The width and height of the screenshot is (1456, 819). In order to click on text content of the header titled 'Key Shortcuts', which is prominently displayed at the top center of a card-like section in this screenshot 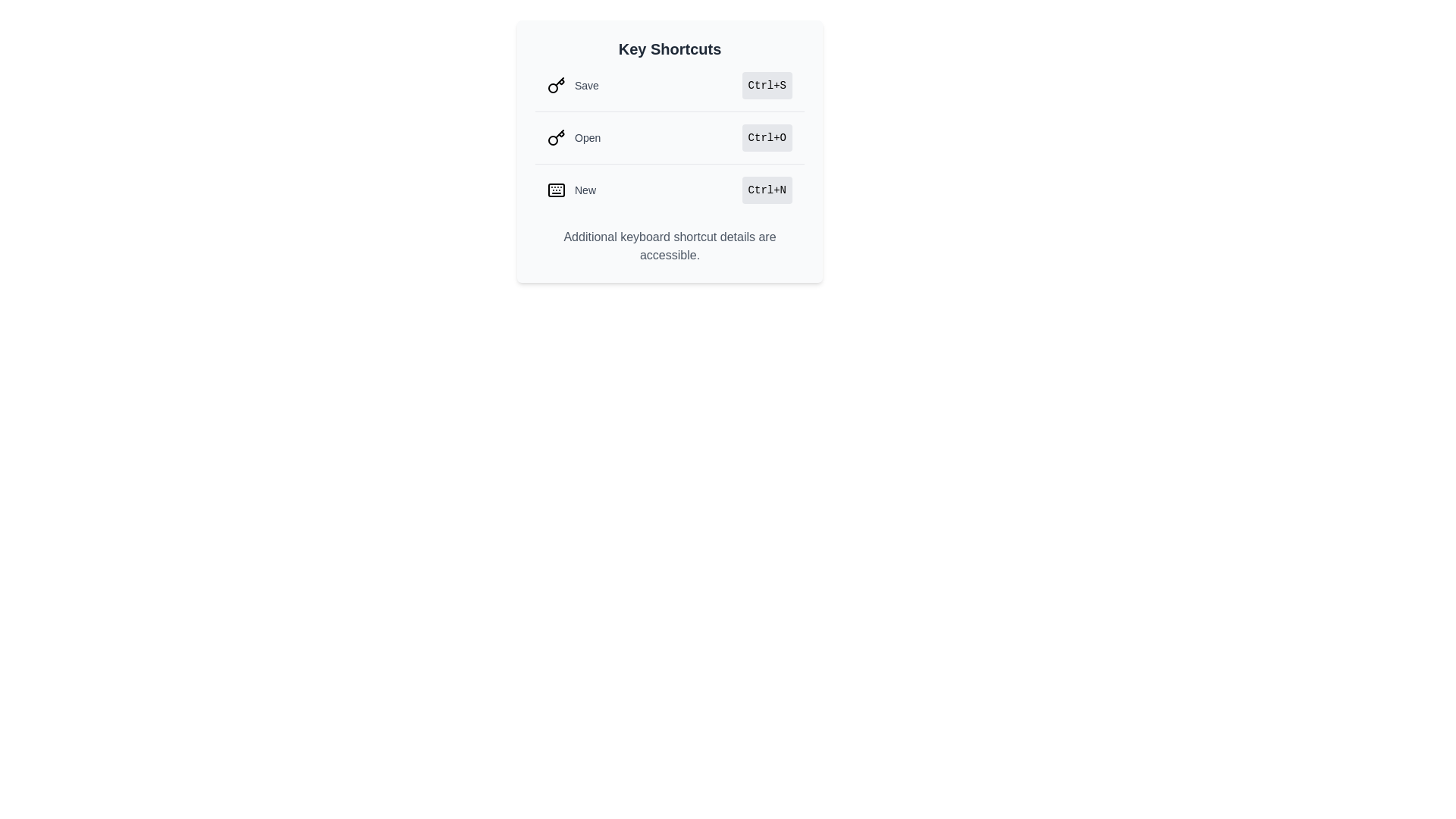, I will do `click(669, 49)`.